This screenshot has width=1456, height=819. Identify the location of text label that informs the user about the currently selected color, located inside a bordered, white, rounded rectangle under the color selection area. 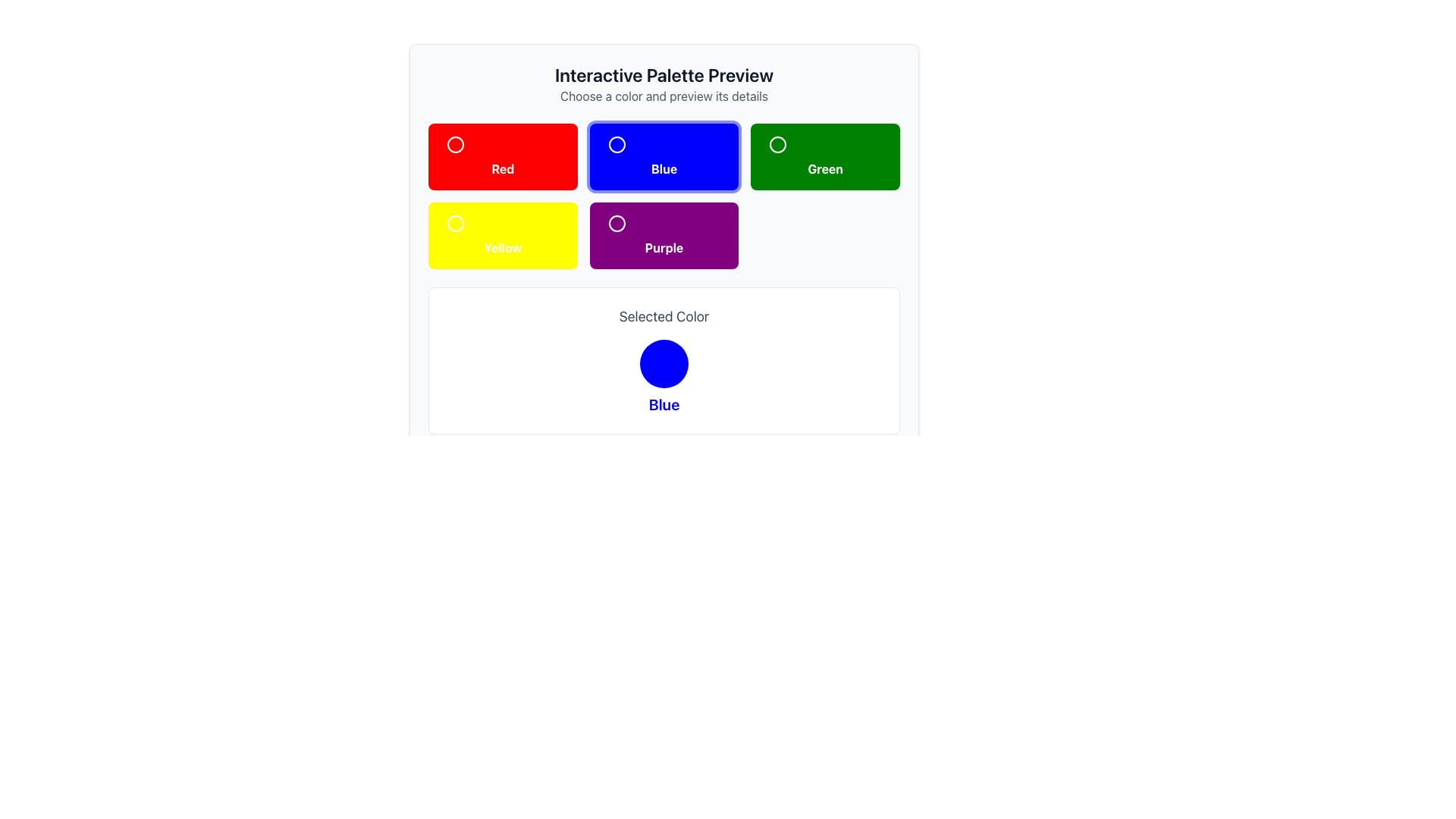
(664, 315).